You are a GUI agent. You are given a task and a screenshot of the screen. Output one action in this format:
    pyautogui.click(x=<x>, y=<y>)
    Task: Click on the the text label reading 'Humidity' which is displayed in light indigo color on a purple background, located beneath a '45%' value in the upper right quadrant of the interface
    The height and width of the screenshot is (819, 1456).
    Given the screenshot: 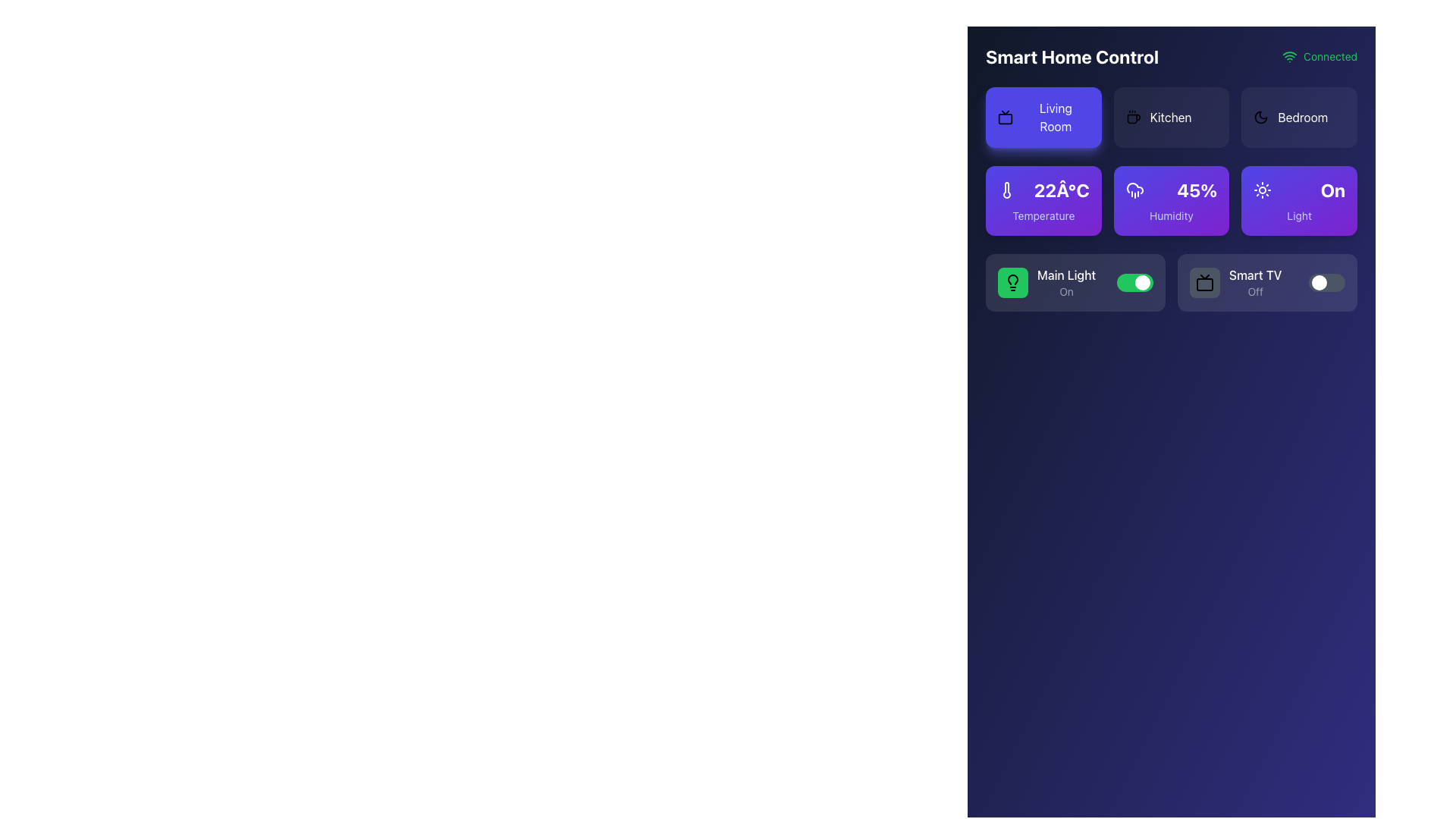 What is the action you would take?
    pyautogui.click(x=1171, y=216)
    